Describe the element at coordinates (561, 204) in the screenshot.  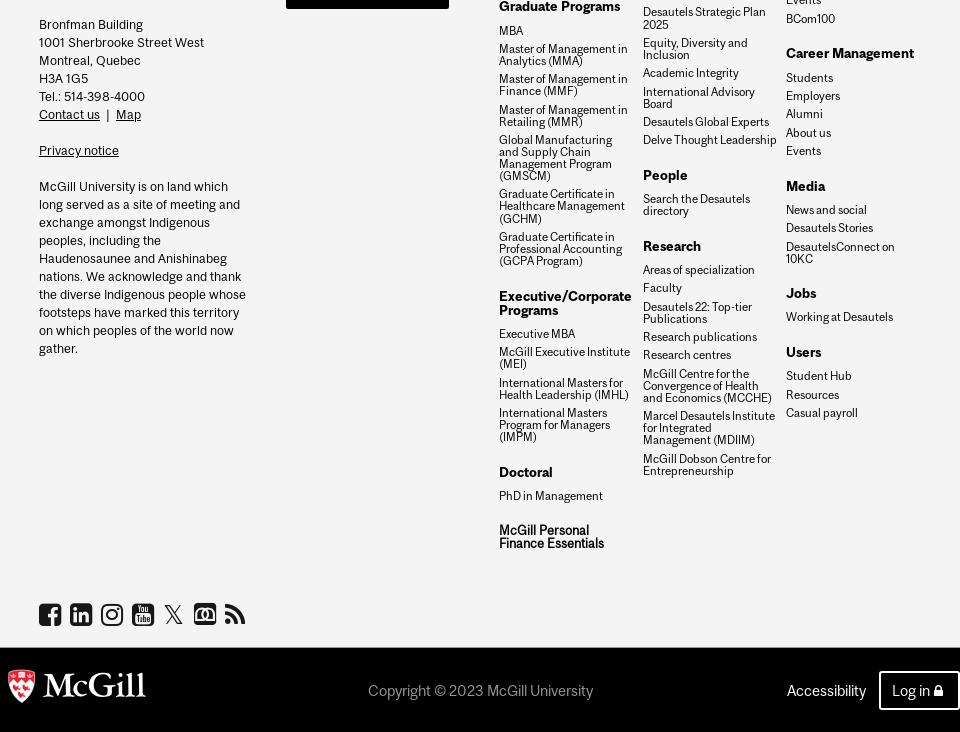
I see `'Graduate Certificate in Healthcare Management (GCHM)'` at that location.